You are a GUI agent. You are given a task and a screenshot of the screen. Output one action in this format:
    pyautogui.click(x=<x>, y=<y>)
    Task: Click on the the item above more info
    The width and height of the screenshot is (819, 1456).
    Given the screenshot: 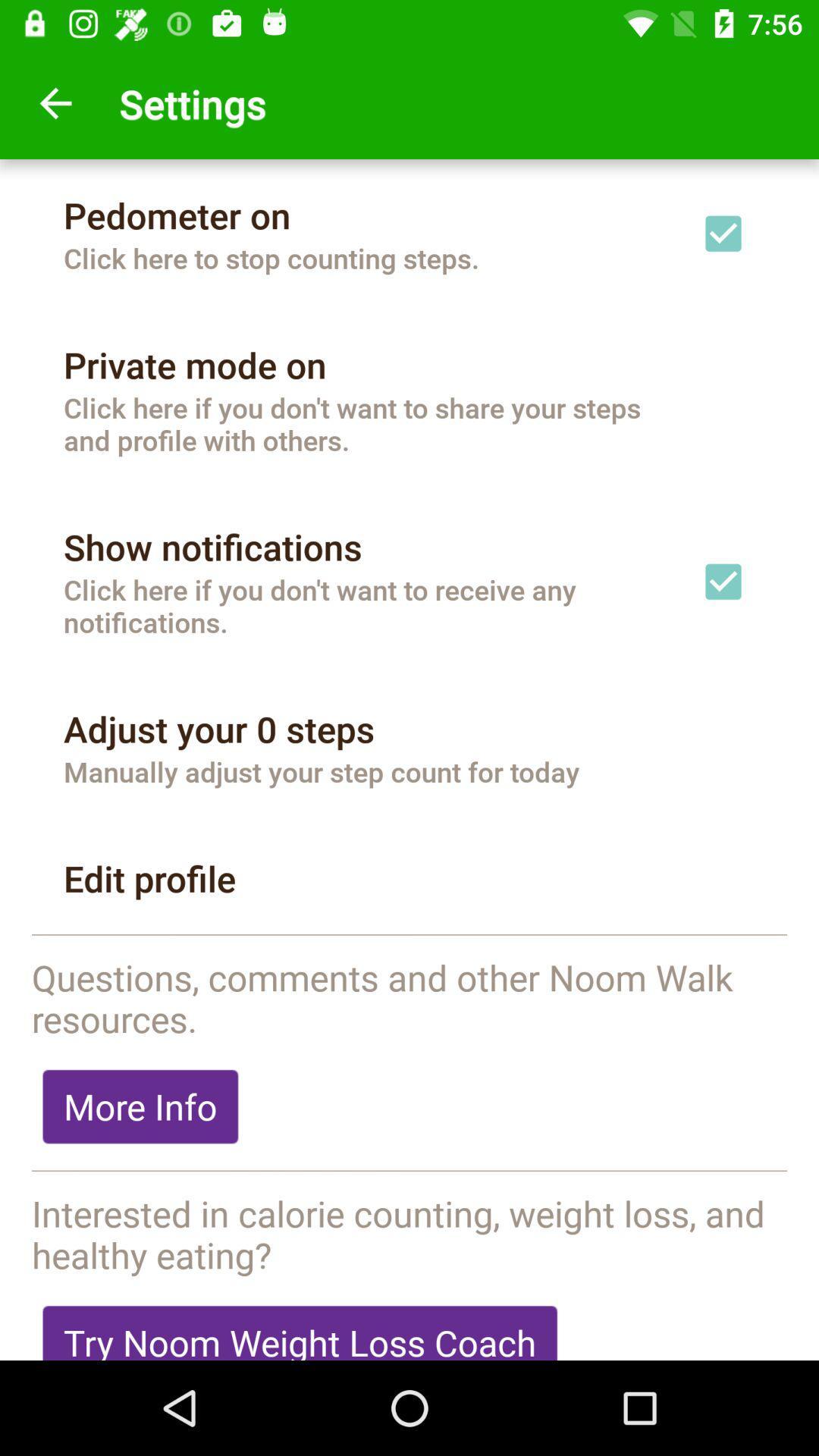 What is the action you would take?
    pyautogui.click(x=409, y=998)
    